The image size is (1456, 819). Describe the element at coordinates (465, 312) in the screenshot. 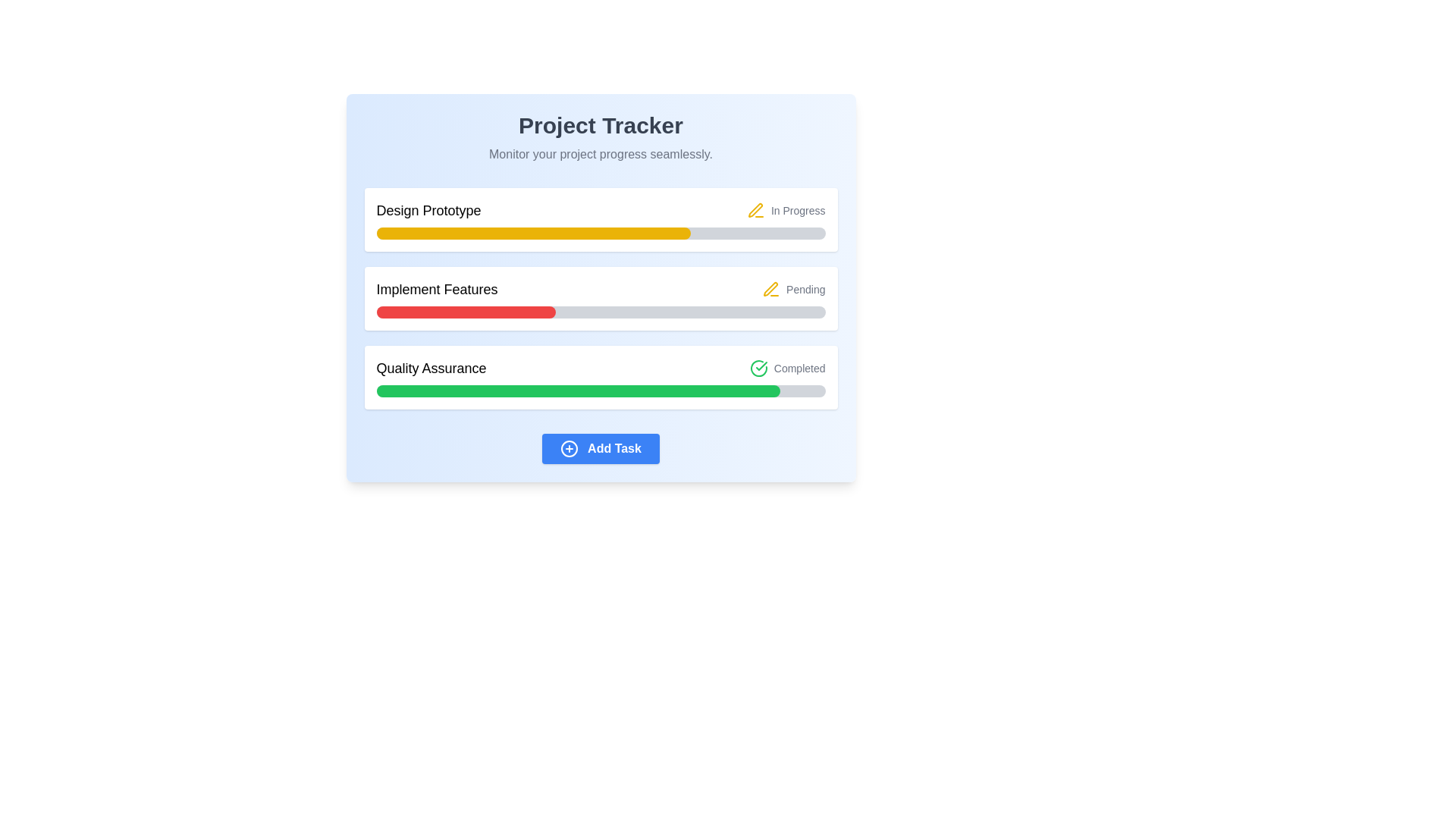

I see `the inner progress indicator of the horizontal progress bar in the 'Implement Features' section, which indicates 40% completion` at that location.